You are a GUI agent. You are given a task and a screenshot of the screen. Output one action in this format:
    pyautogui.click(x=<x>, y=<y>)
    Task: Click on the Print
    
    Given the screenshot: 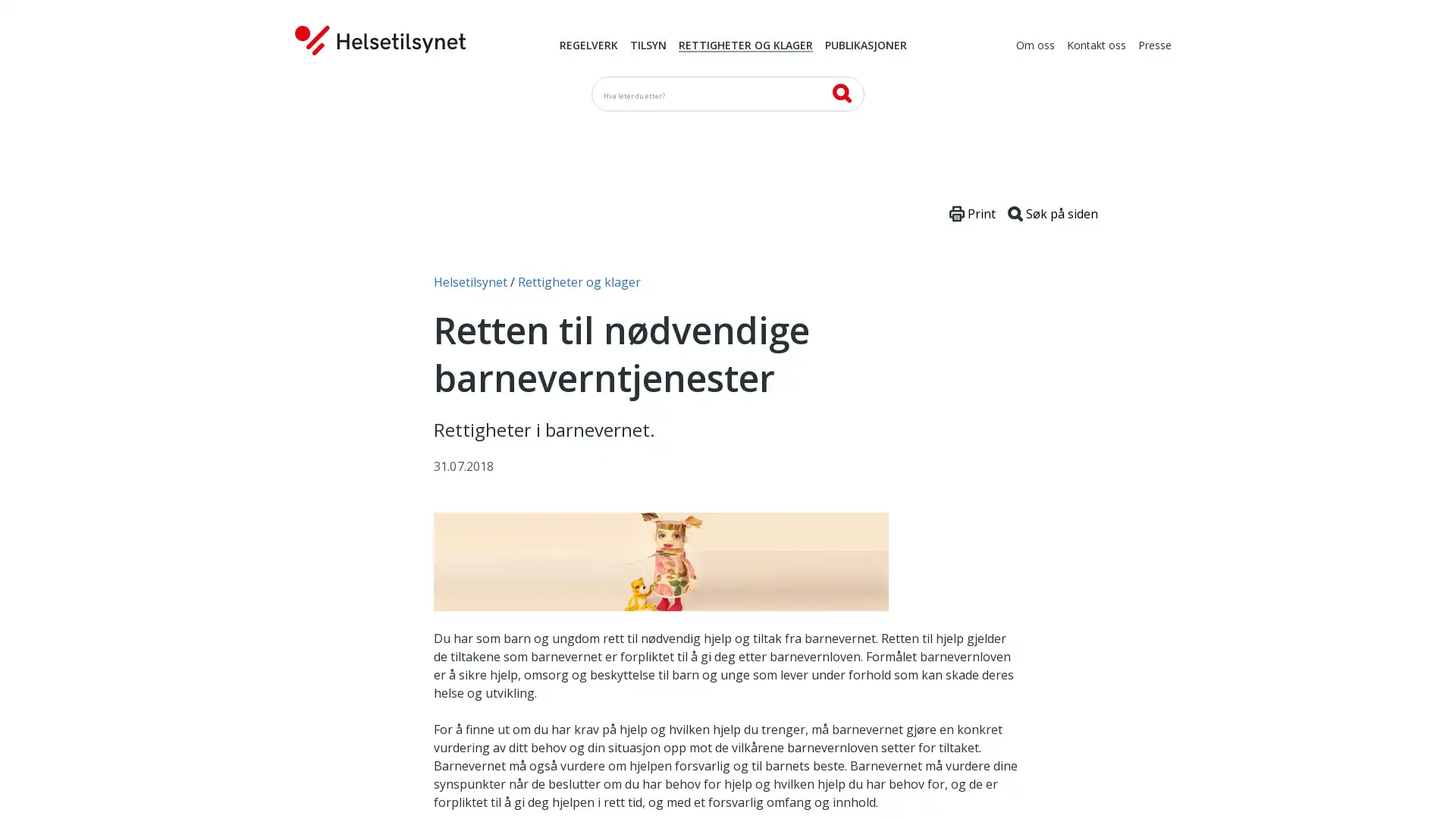 What is the action you would take?
    pyautogui.click(x=972, y=213)
    